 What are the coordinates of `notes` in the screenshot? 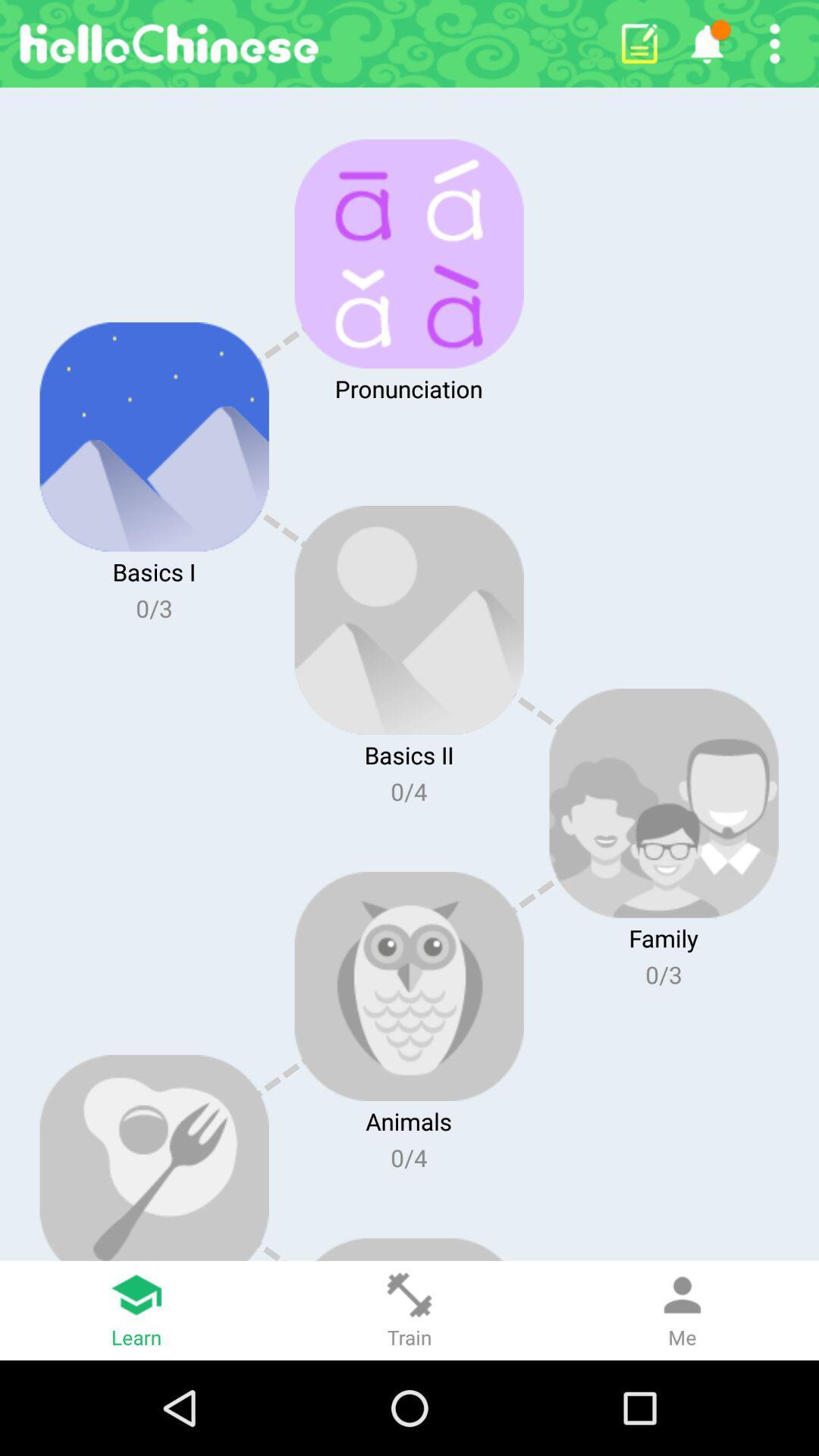 It's located at (639, 43).